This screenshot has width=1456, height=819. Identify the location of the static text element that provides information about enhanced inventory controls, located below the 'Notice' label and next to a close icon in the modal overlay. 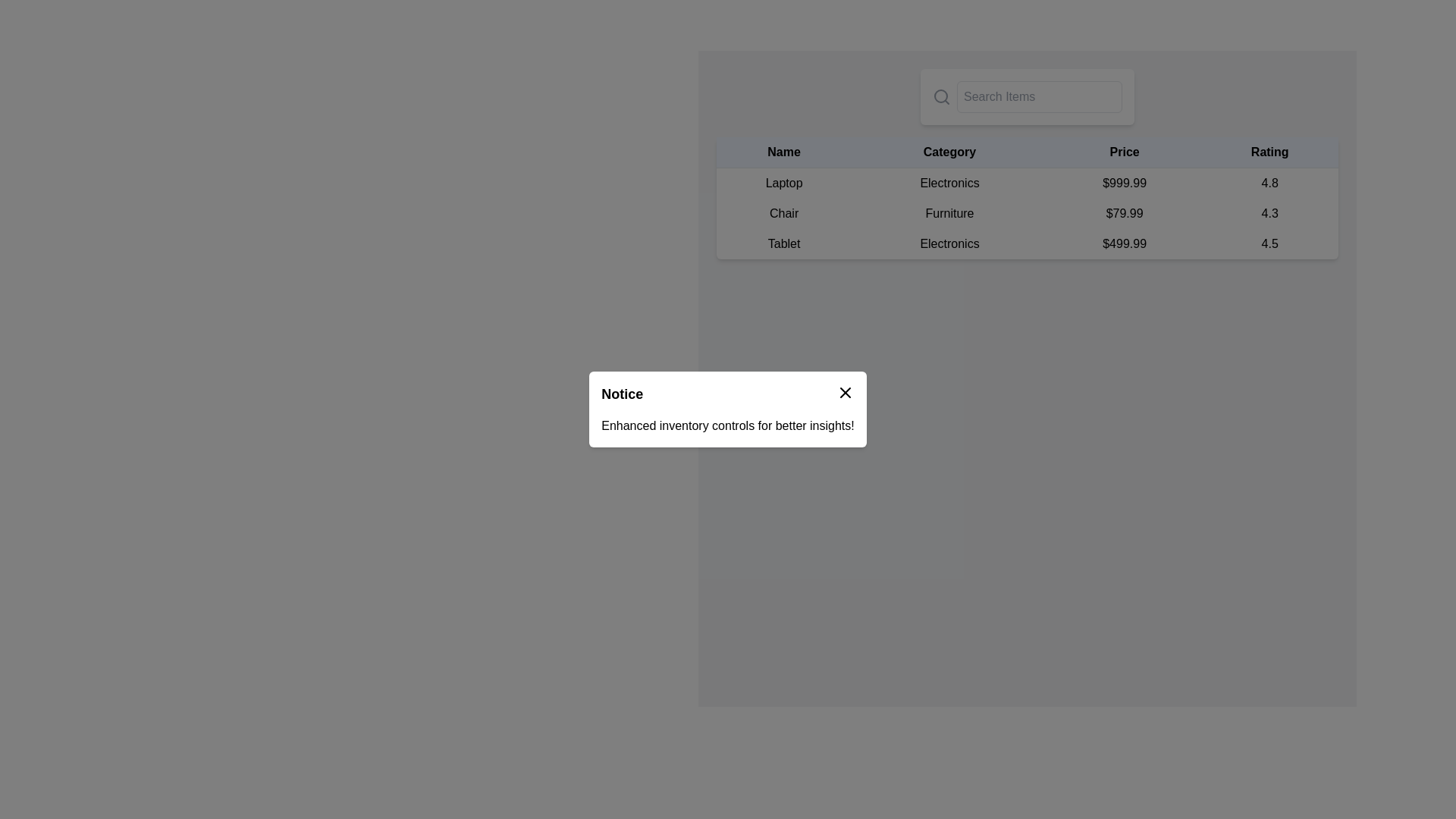
(728, 426).